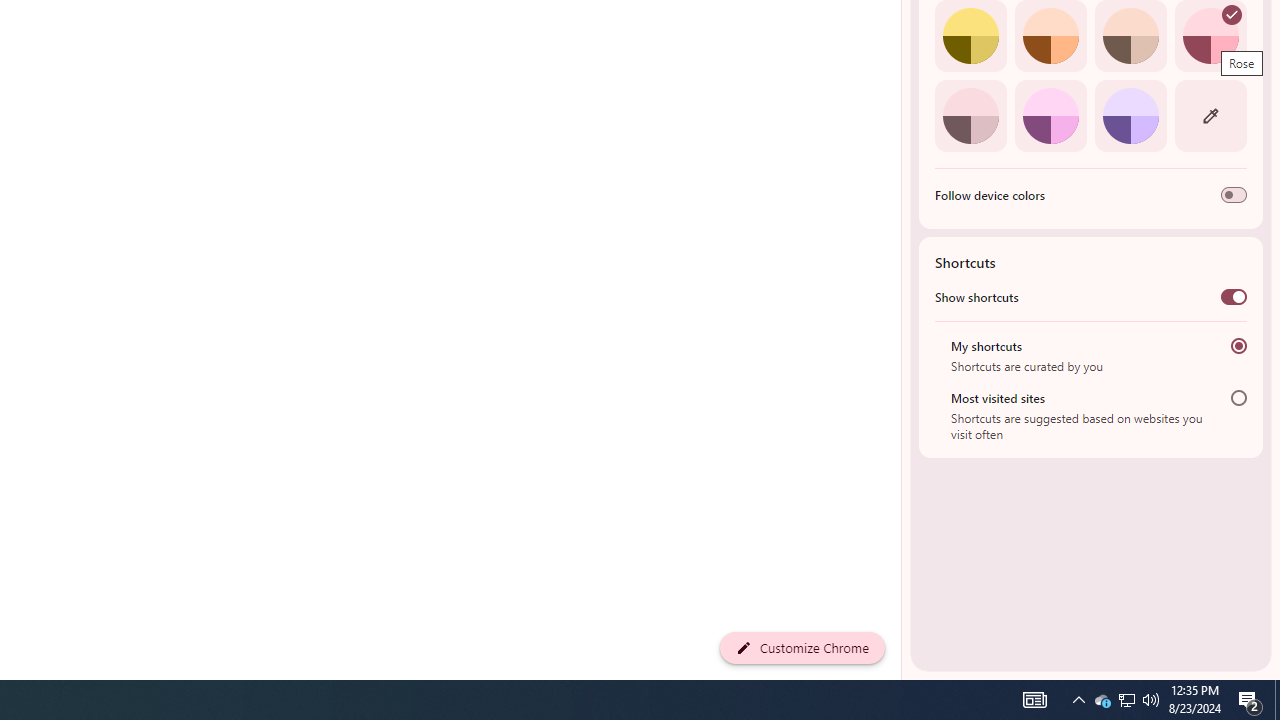 Image resolution: width=1280 pixels, height=720 pixels. Describe the element at coordinates (970, 36) in the screenshot. I see `'Citron'` at that location.